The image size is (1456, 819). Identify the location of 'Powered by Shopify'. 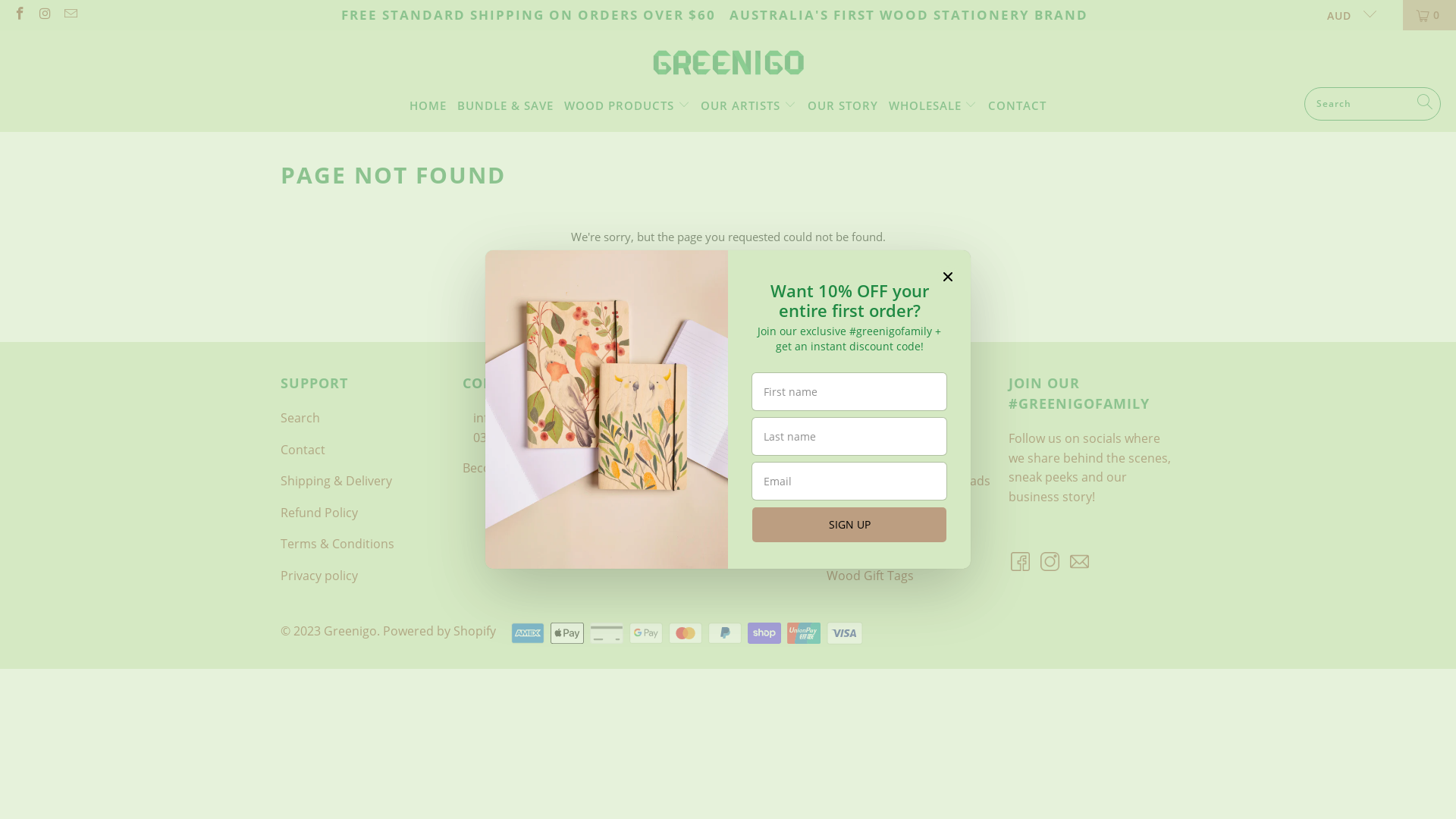
(438, 631).